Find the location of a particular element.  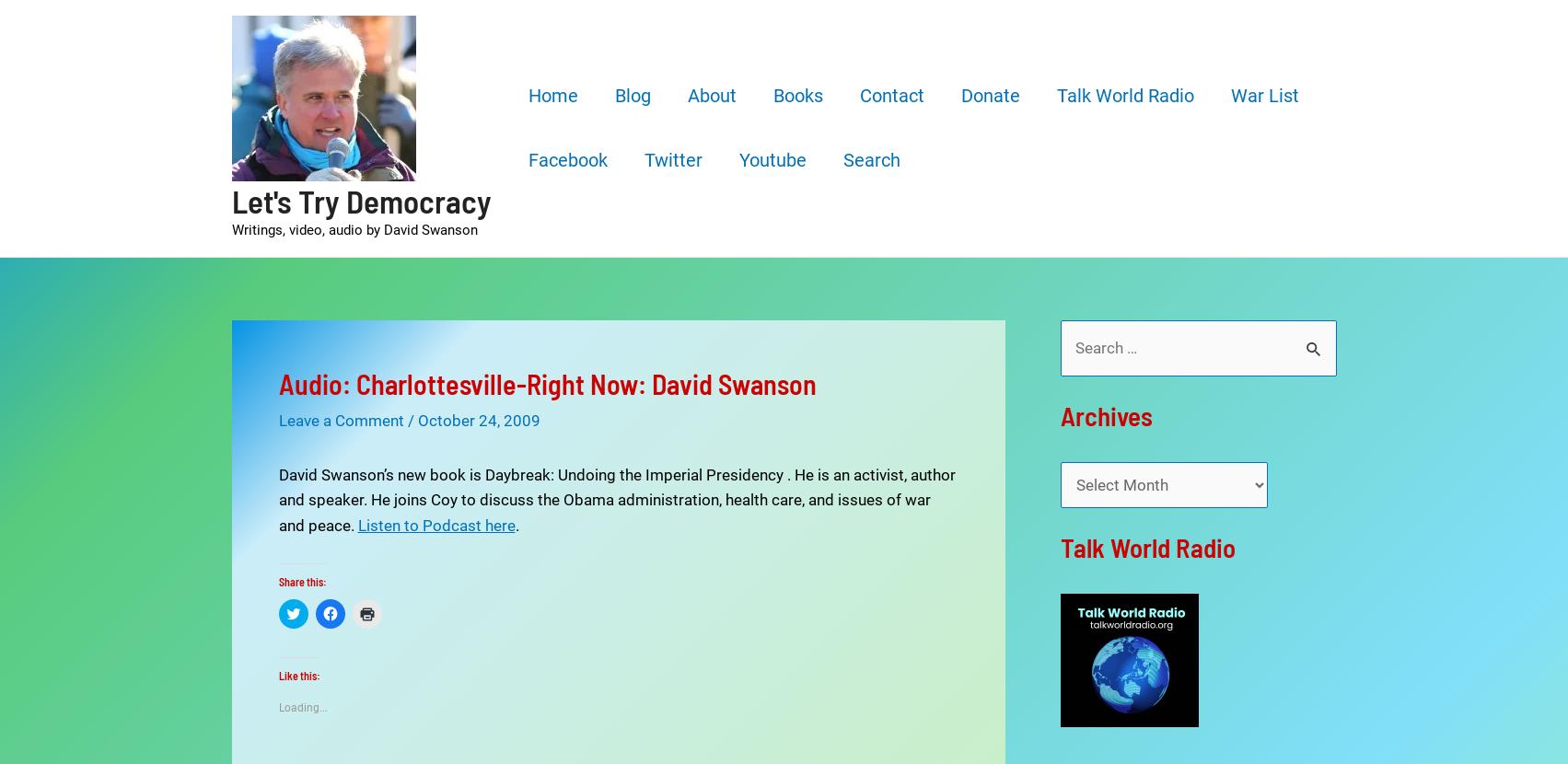

'Blog' is located at coordinates (632, 95).